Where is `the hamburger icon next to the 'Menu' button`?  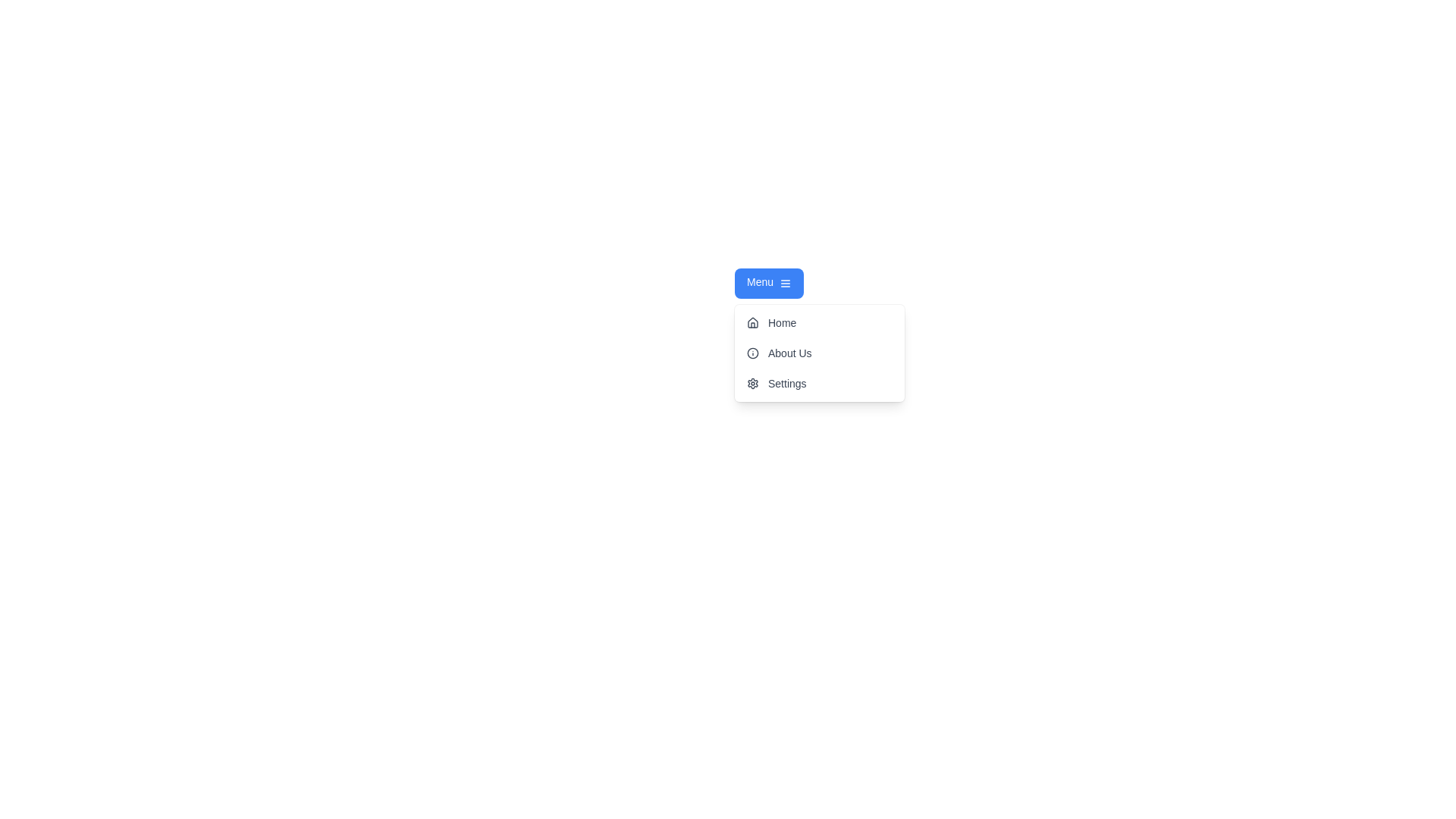 the hamburger icon next to the 'Menu' button is located at coordinates (786, 284).